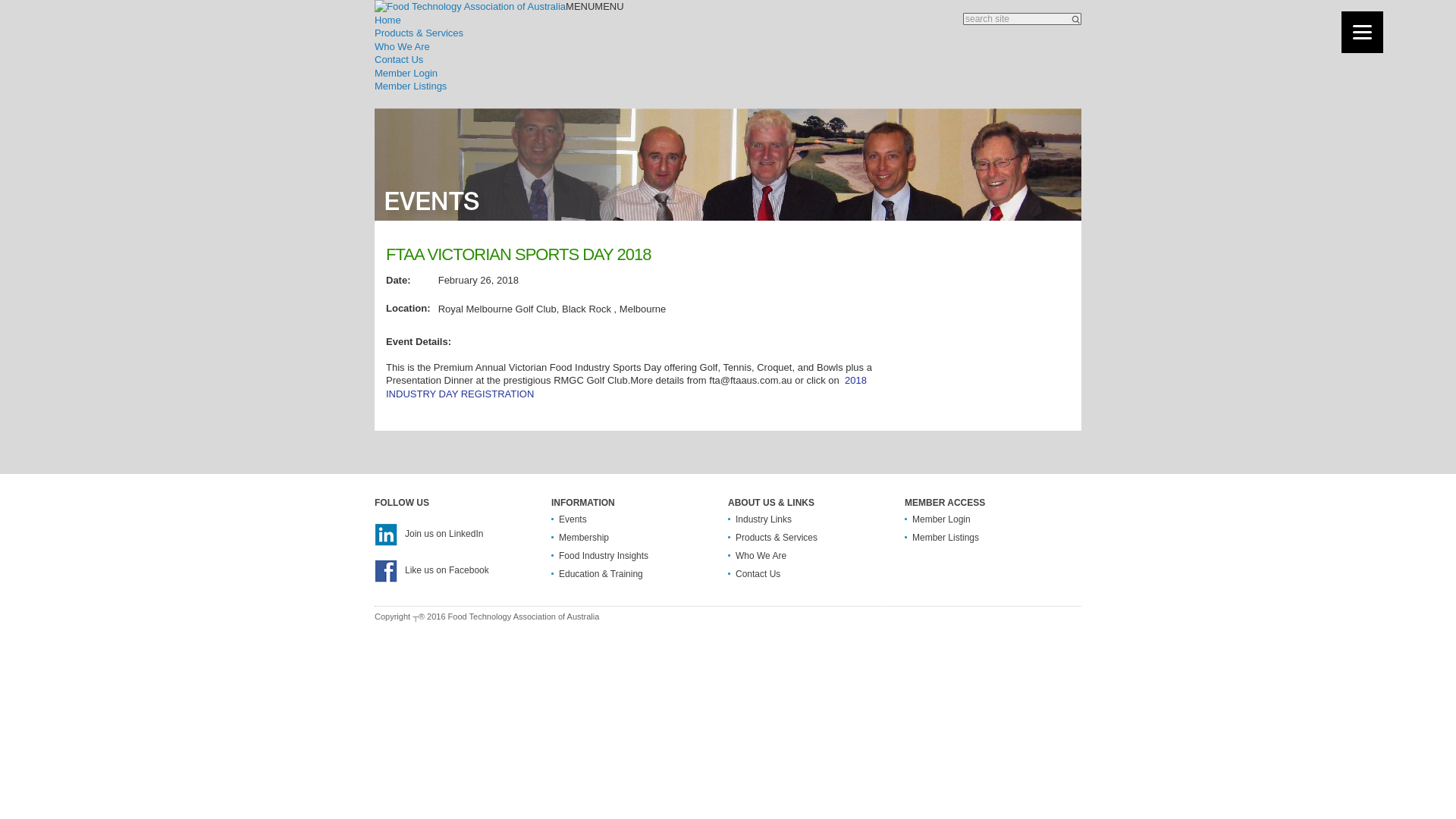 The image size is (1456, 819). What do you see at coordinates (558, 573) in the screenshot?
I see `'Education & Training'` at bounding box center [558, 573].